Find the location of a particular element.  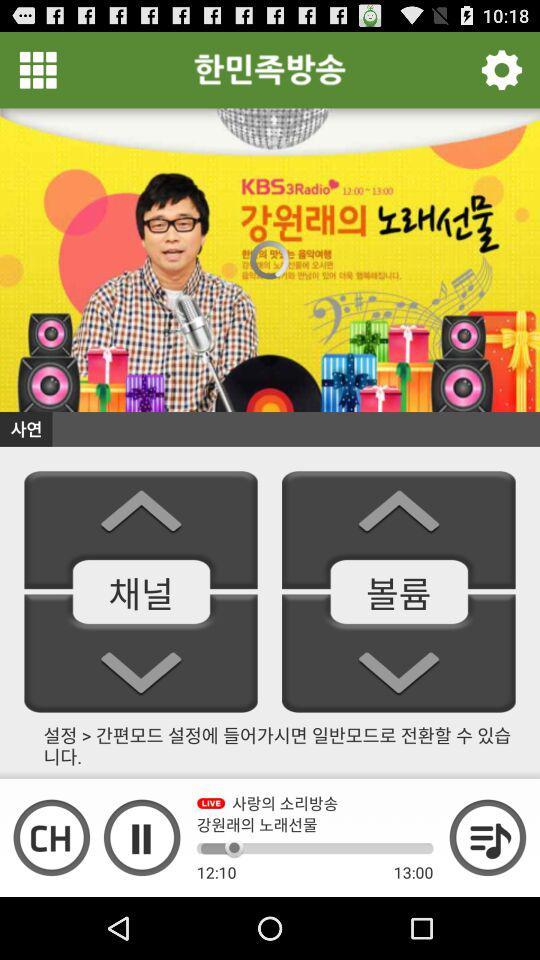

the dialpad icon is located at coordinates (38, 74).